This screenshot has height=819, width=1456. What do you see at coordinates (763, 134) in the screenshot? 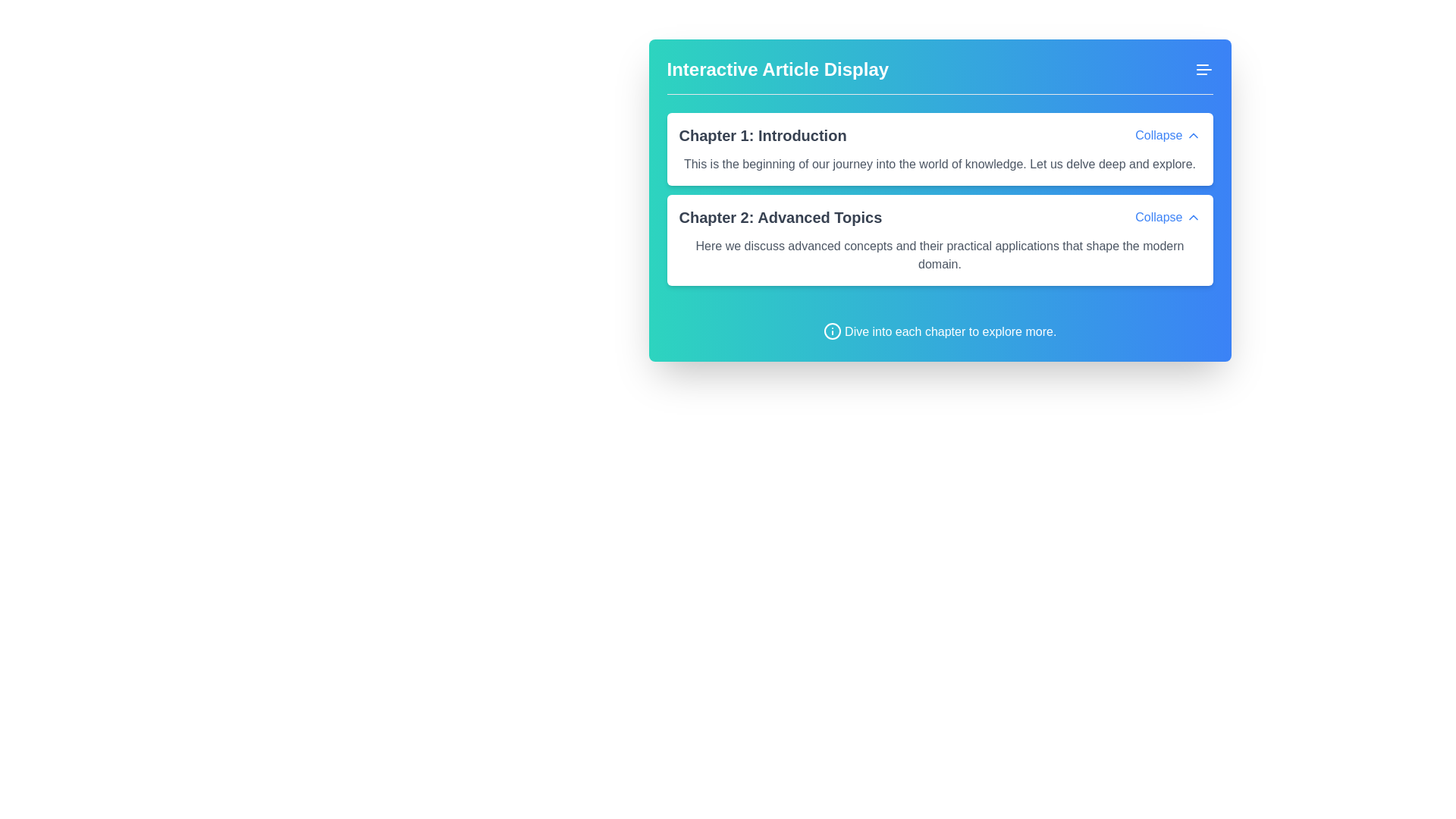
I see `text header labeled 'Chapter 1: Introduction' which is prominently displayed in a larger bold font in dark gray color, located at the top-left corner of a collapsible block` at bounding box center [763, 134].